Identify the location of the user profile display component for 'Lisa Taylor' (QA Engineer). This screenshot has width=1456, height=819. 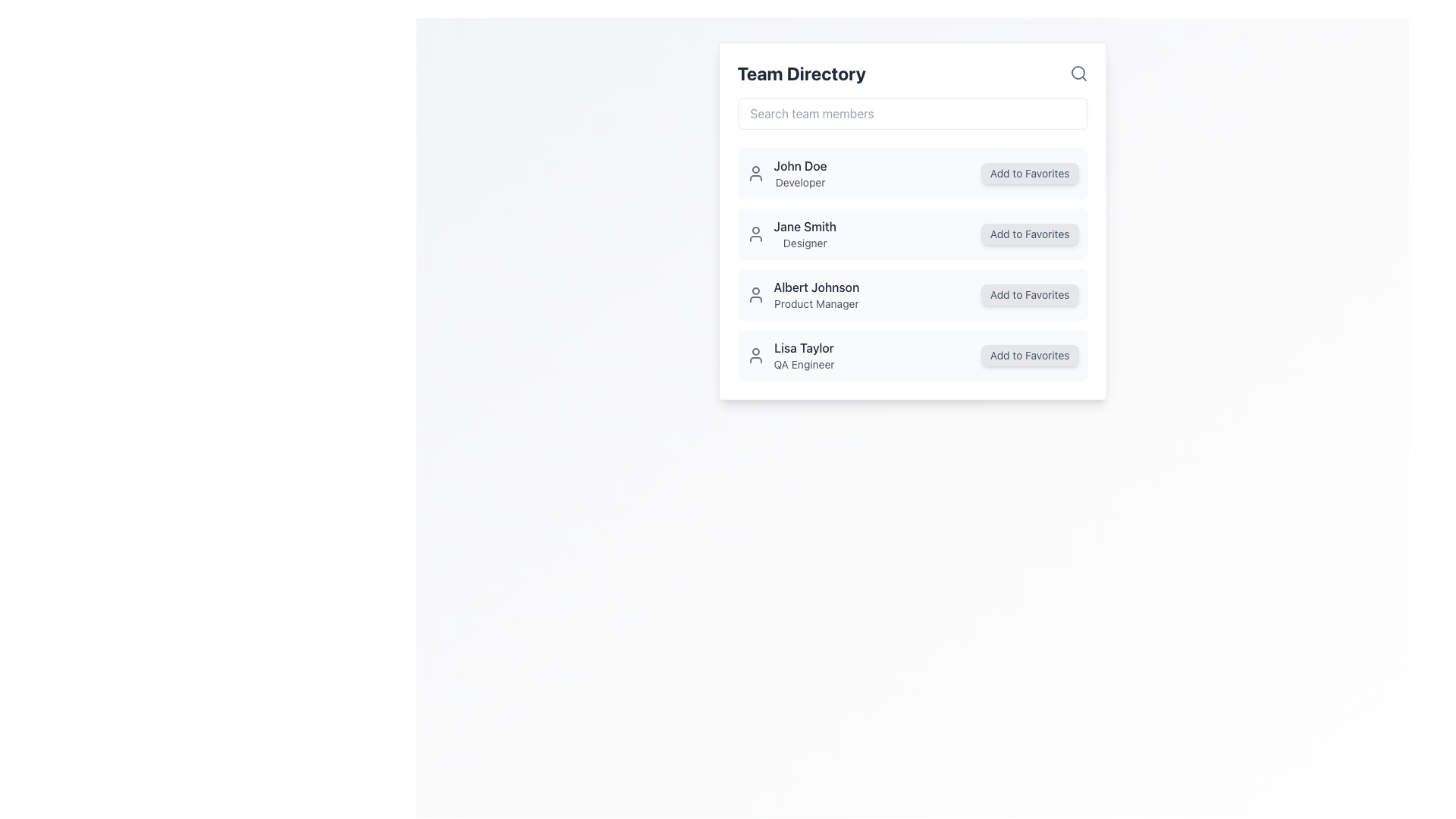
(789, 356).